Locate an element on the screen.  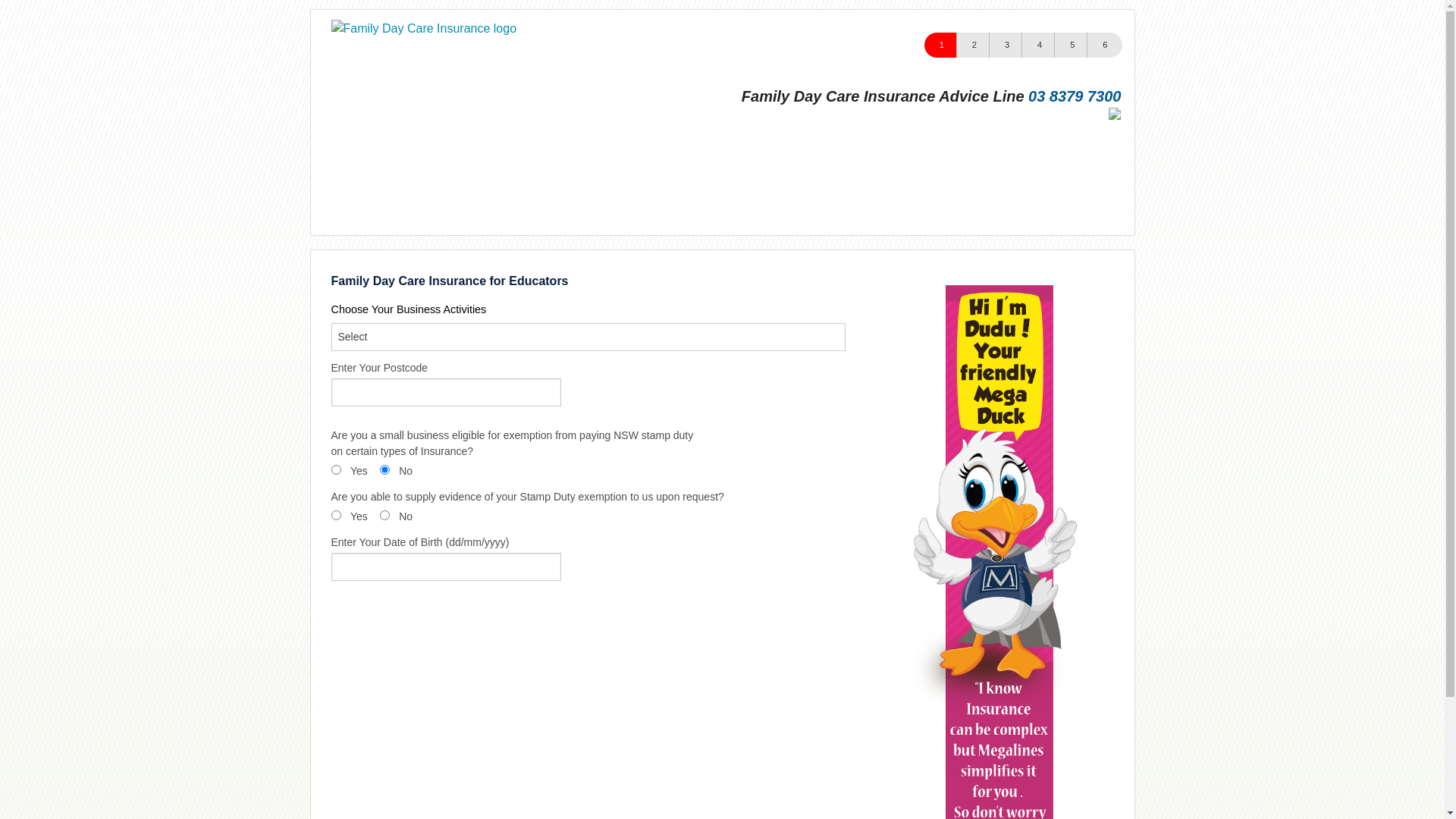
'Family Day Care Insurance logo' is located at coordinates (330, 29).